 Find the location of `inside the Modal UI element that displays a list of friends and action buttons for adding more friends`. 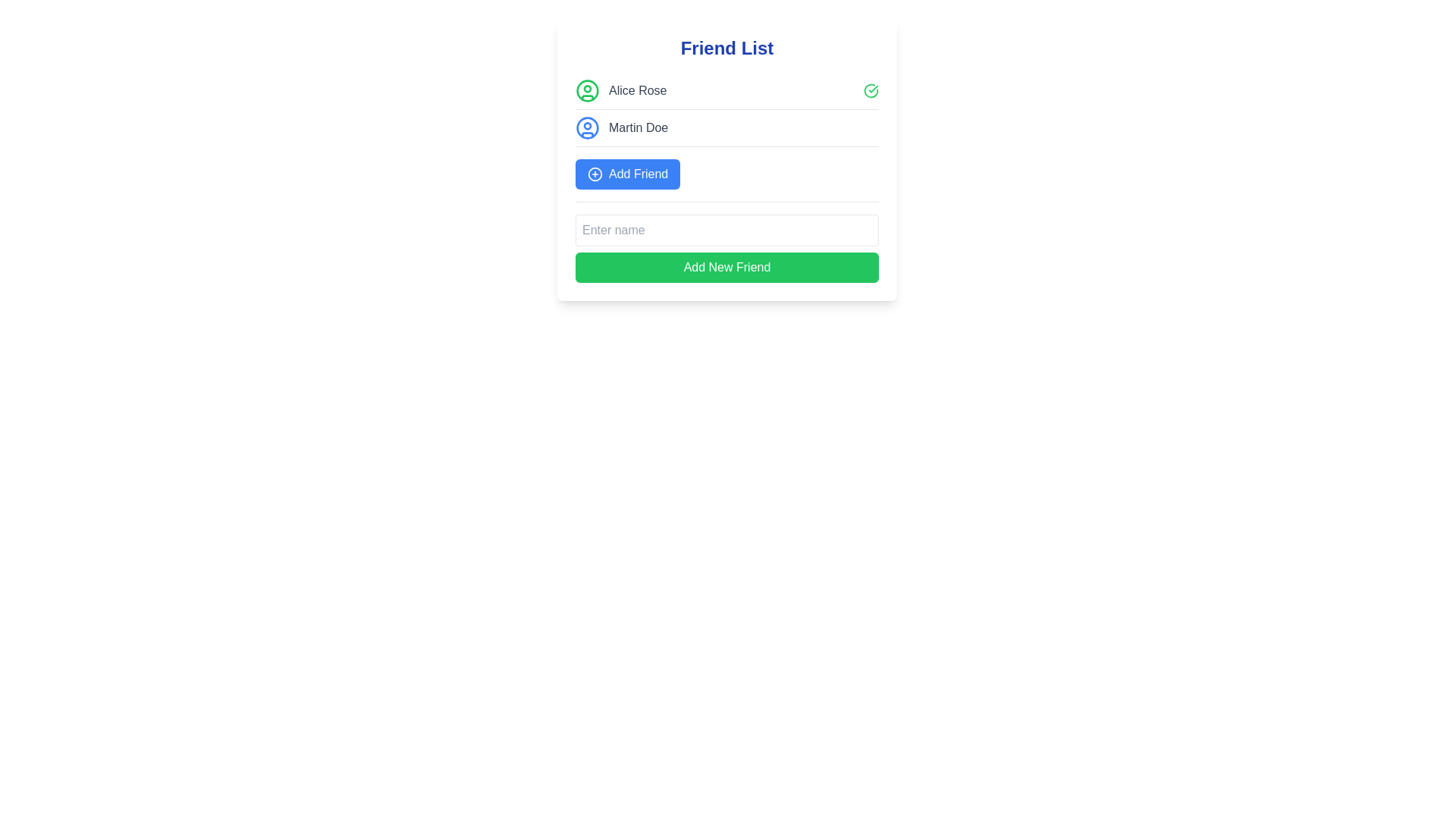

inside the Modal UI element that displays a list of friends and action buttons for adding more friends is located at coordinates (726, 159).